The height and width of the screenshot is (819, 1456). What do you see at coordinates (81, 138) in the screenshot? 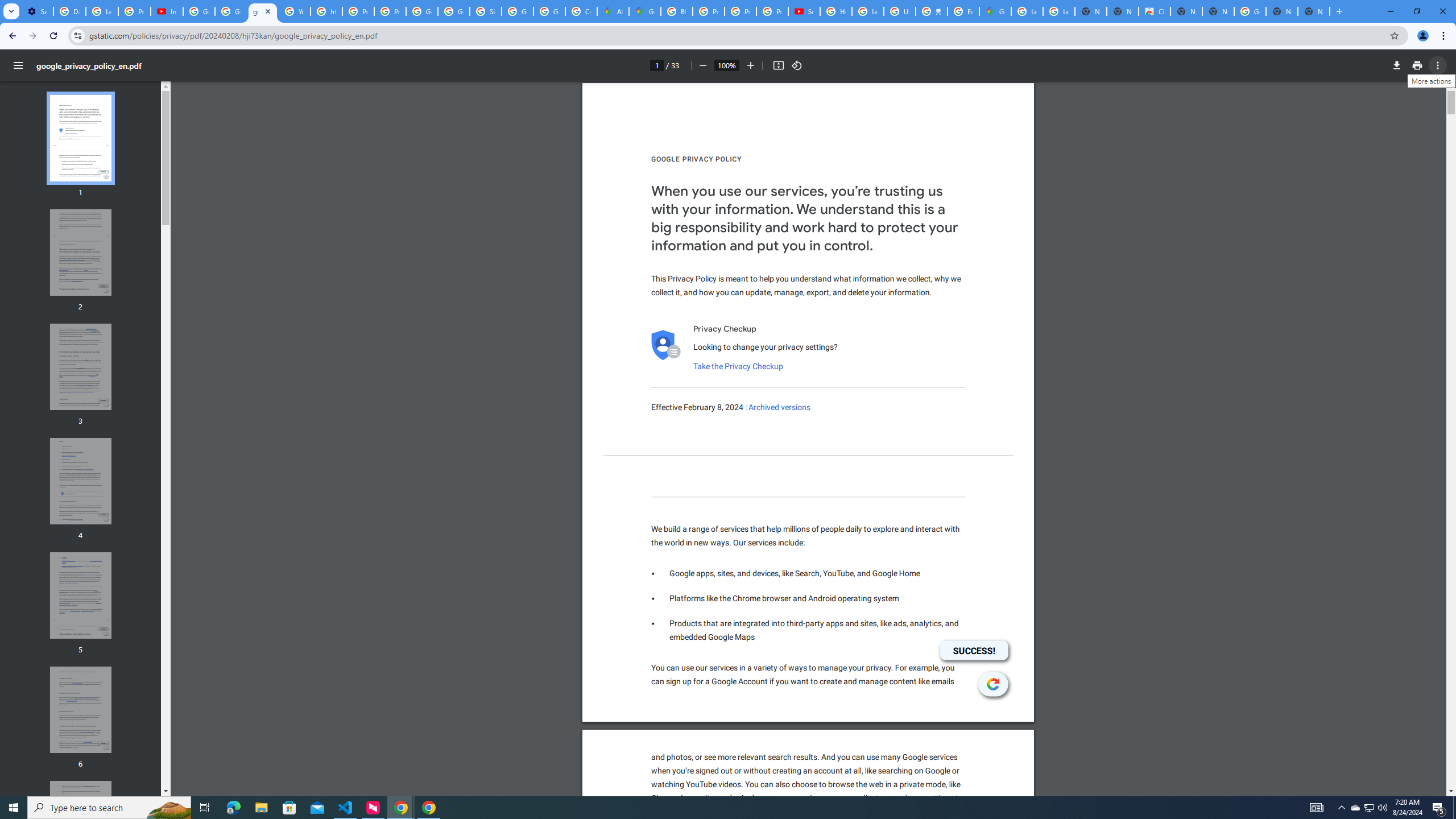
I see `'Thumbnail for page 1'` at bounding box center [81, 138].